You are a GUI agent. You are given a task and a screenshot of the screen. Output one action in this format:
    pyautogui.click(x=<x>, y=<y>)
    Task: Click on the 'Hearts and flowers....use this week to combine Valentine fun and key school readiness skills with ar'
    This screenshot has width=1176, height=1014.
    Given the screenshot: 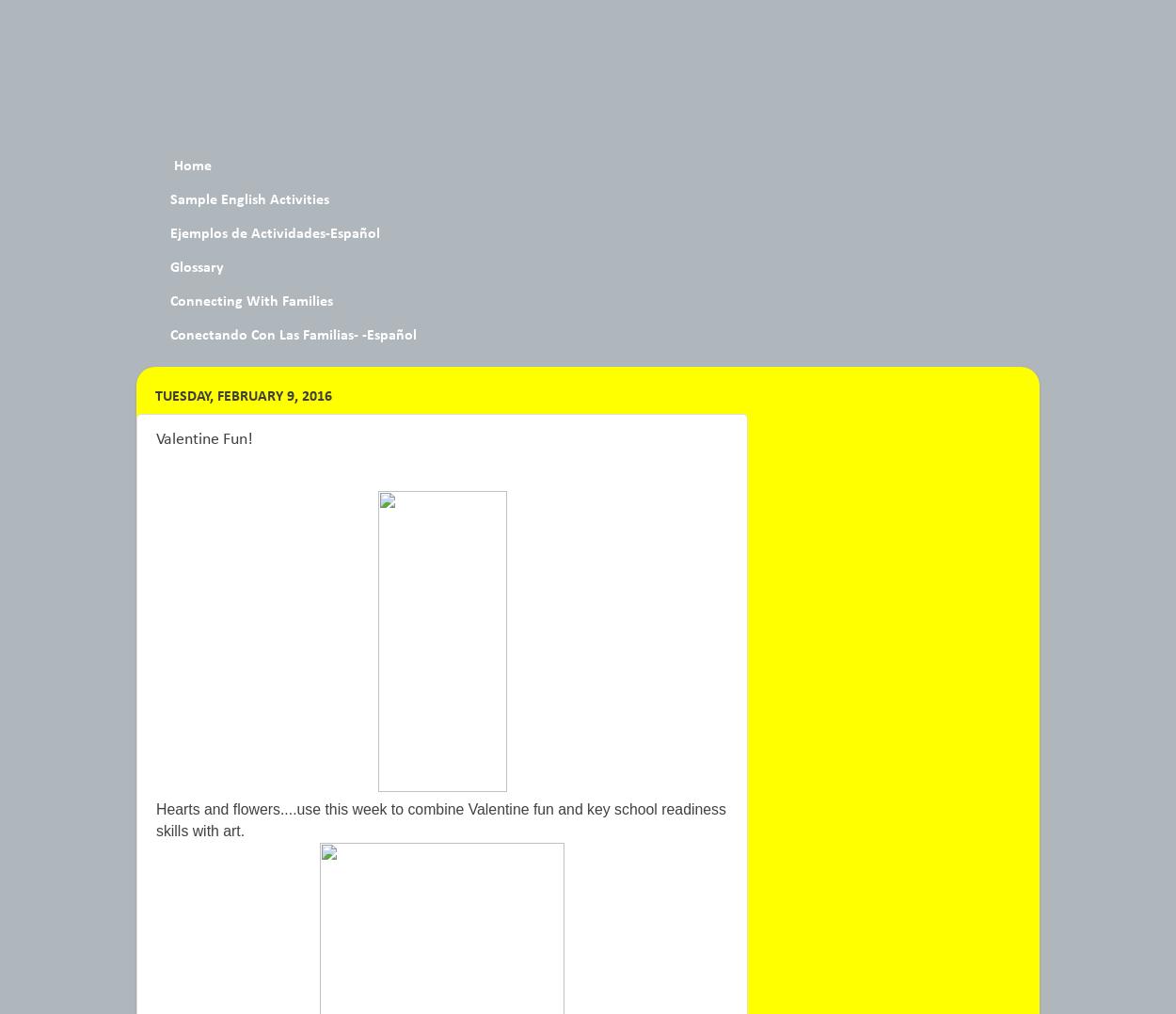 What is the action you would take?
    pyautogui.click(x=439, y=818)
    